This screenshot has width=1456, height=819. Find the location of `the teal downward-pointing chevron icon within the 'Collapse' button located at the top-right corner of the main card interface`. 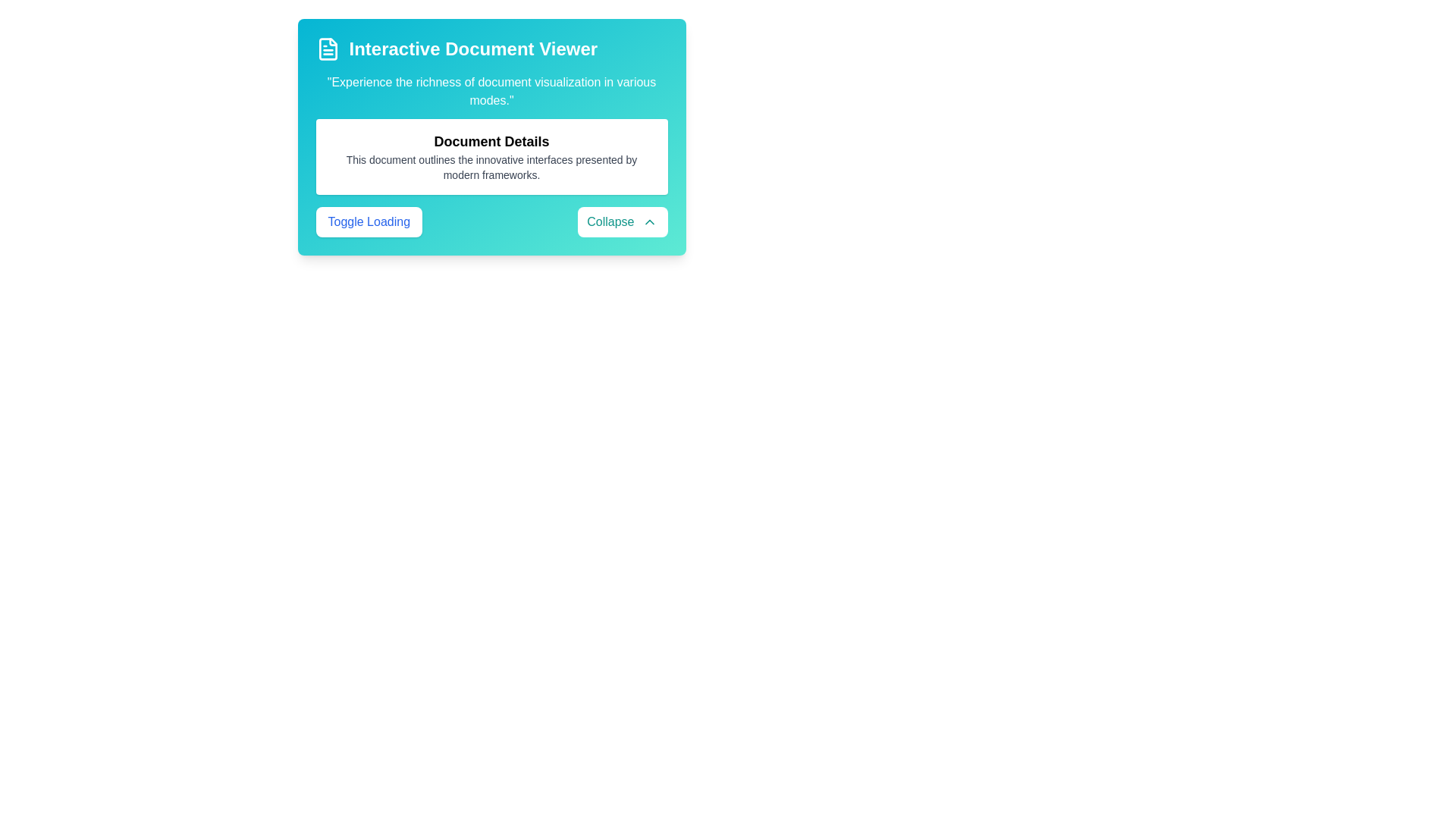

the teal downward-pointing chevron icon within the 'Collapse' button located at the top-right corner of the main card interface is located at coordinates (649, 222).